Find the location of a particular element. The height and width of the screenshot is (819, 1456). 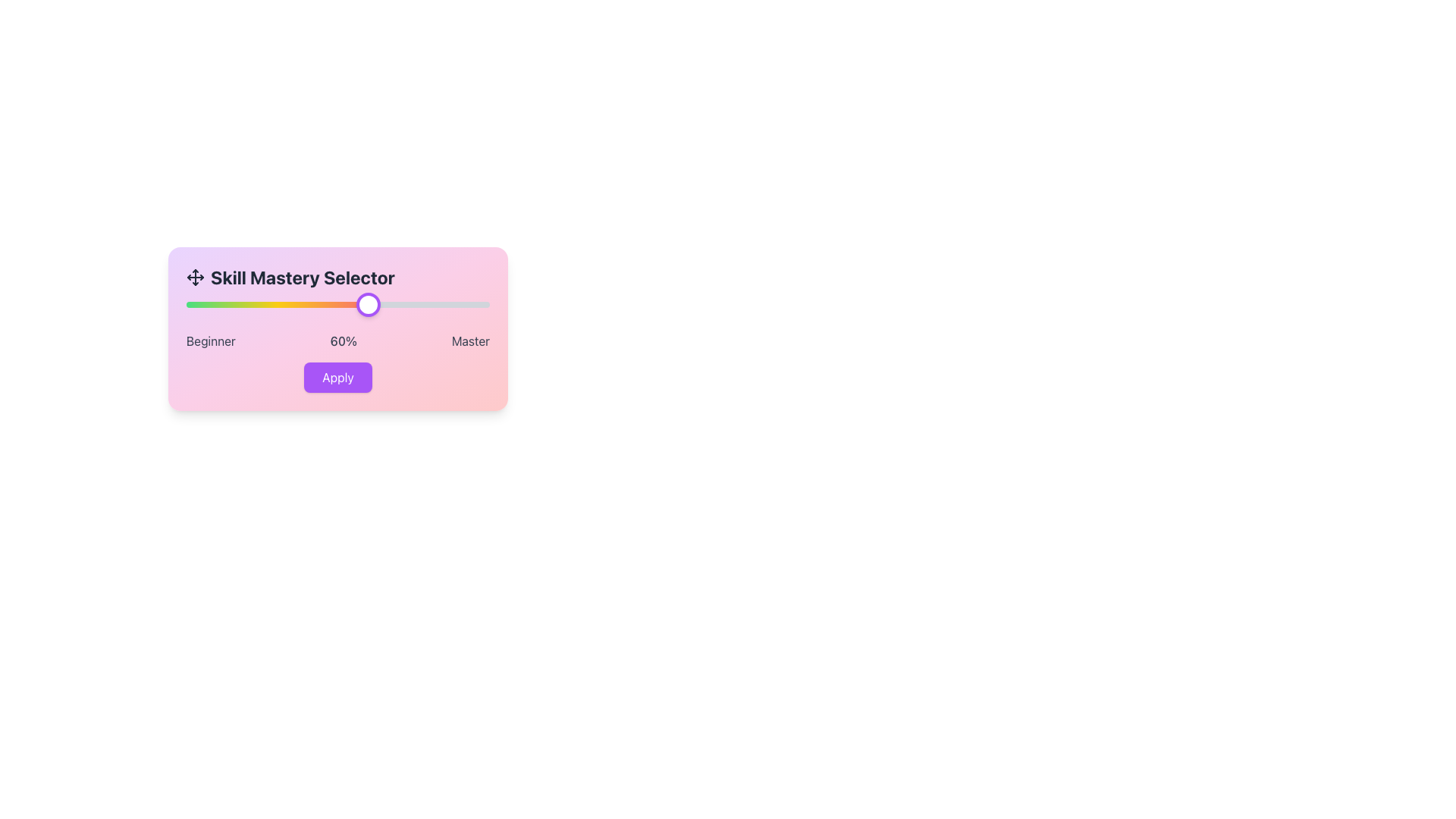

the Skill Mastery level is located at coordinates (487, 304).